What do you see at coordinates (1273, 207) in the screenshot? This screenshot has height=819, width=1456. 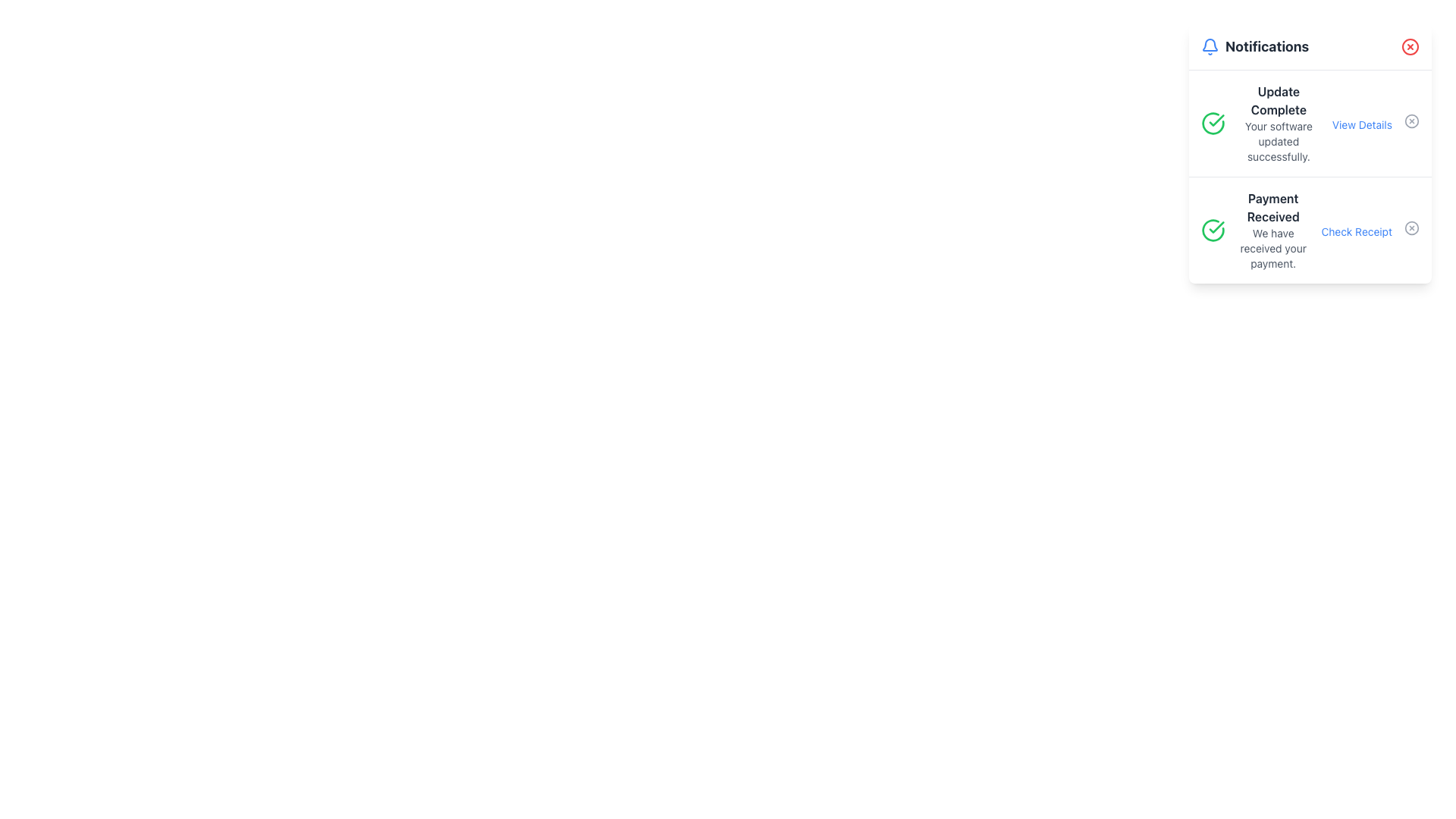 I see `the bolded text label 'Payment Received'` at bounding box center [1273, 207].